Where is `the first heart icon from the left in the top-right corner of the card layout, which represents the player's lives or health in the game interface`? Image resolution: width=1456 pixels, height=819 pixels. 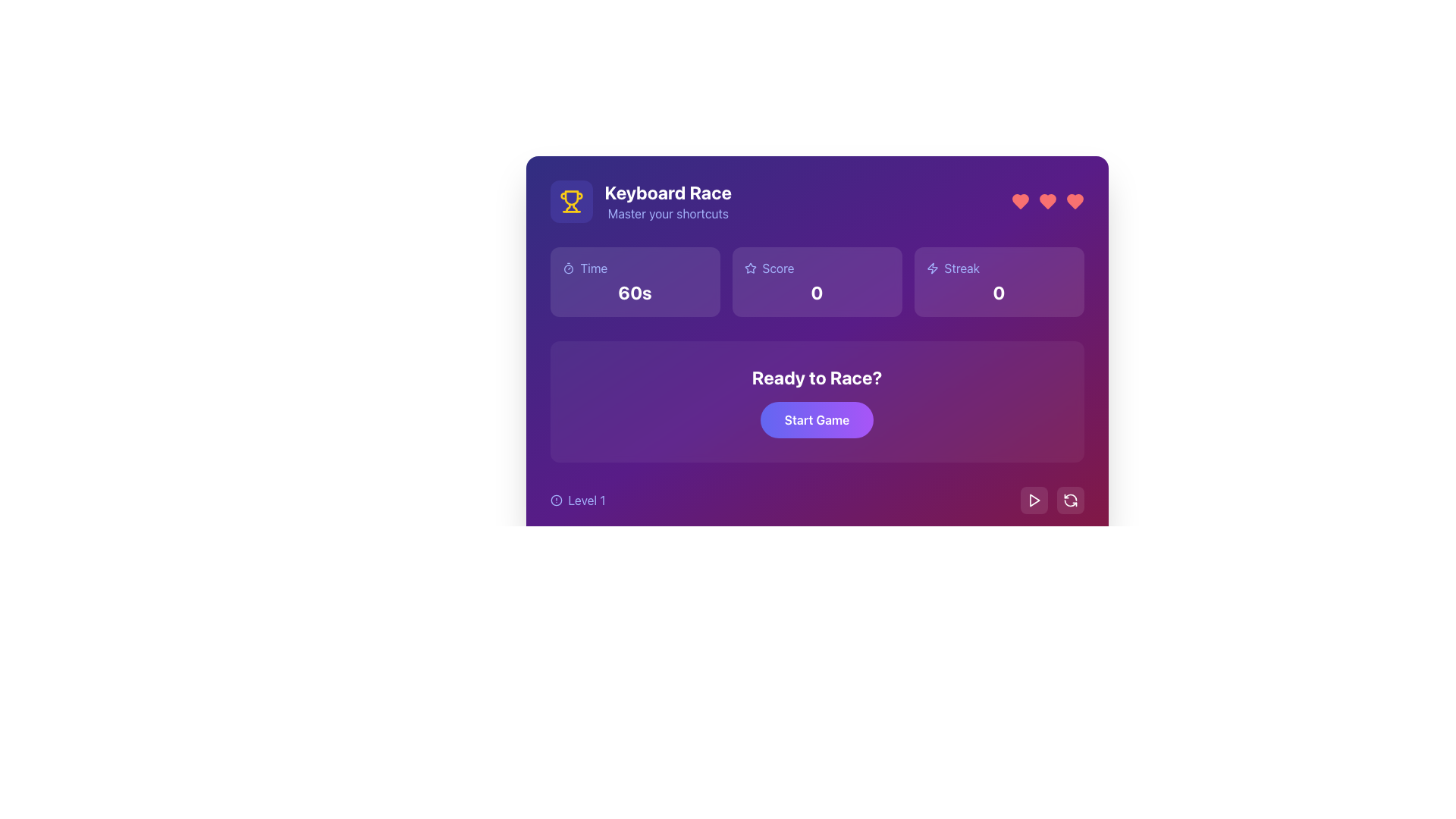
the first heart icon from the left in the top-right corner of the card layout, which represents the player's lives or health in the game interface is located at coordinates (1020, 201).